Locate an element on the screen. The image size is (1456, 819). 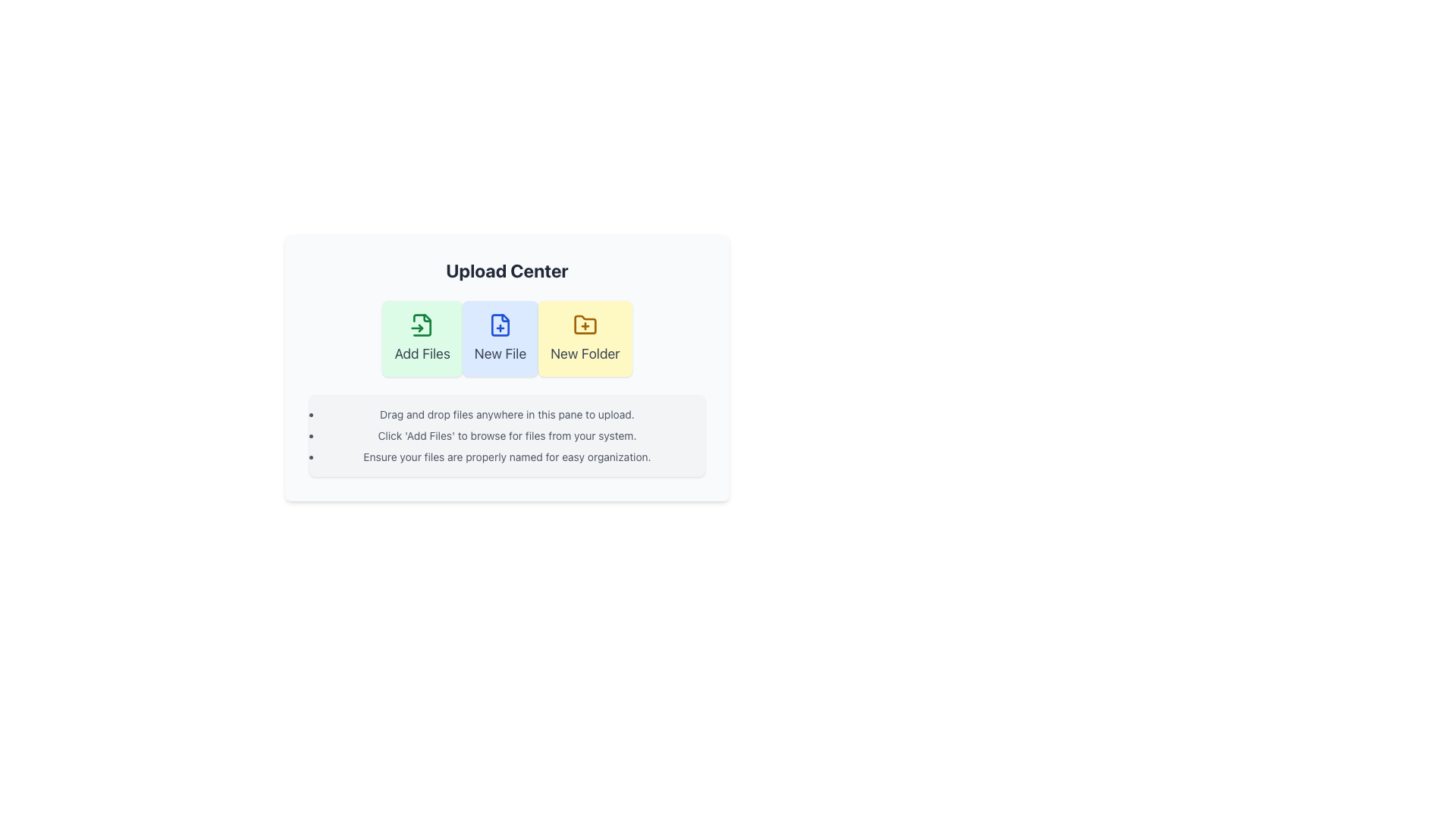
the leftmost button in a horizontal layout that allows users to upload files, which will display hover effects is located at coordinates (422, 338).